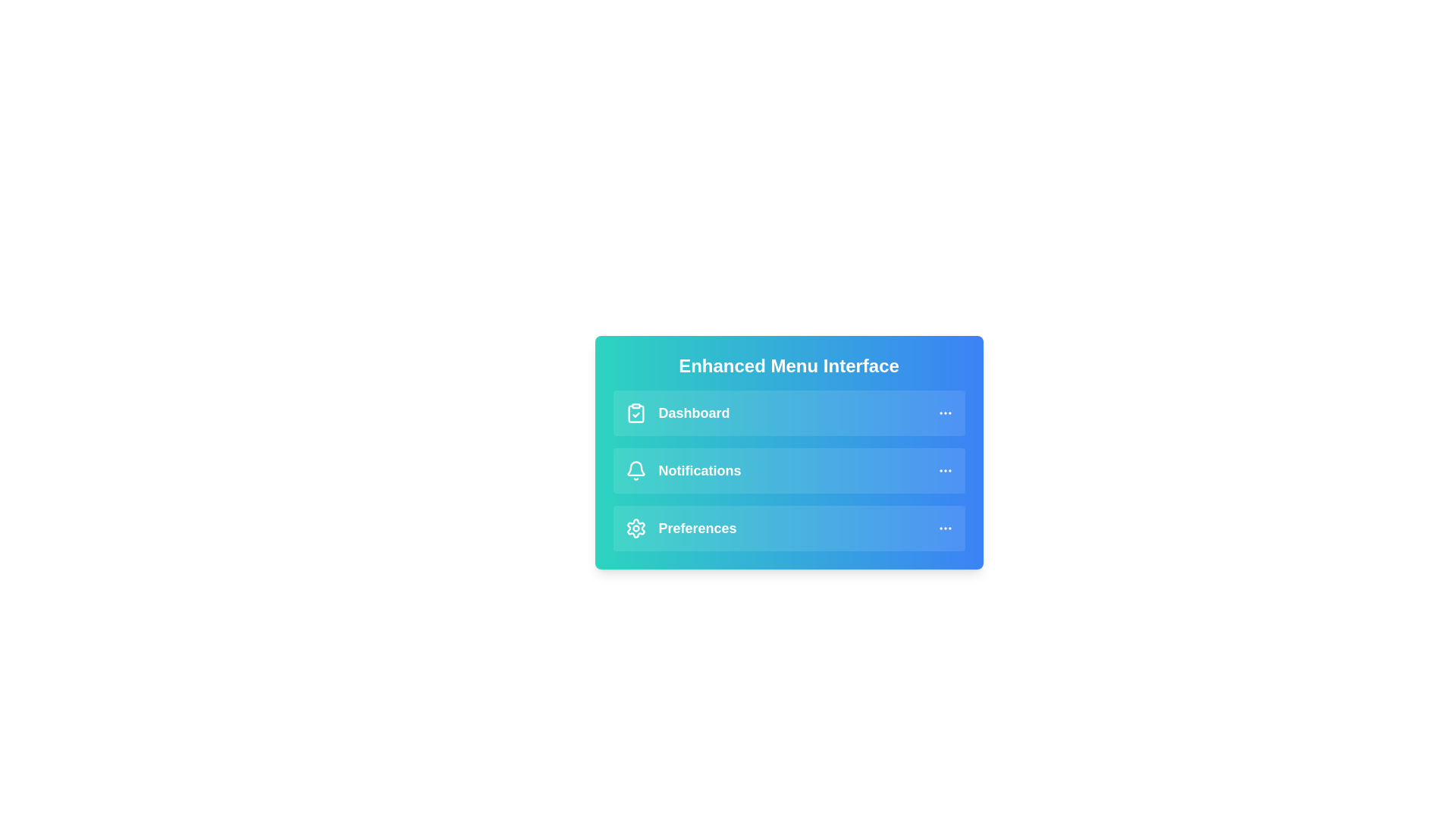 Image resolution: width=1456 pixels, height=819 pixels. Describe the element at coordinates (676, 413) in the screenshot. I see `the first menu item that navigates to the Dashboard section of the application` at that location.